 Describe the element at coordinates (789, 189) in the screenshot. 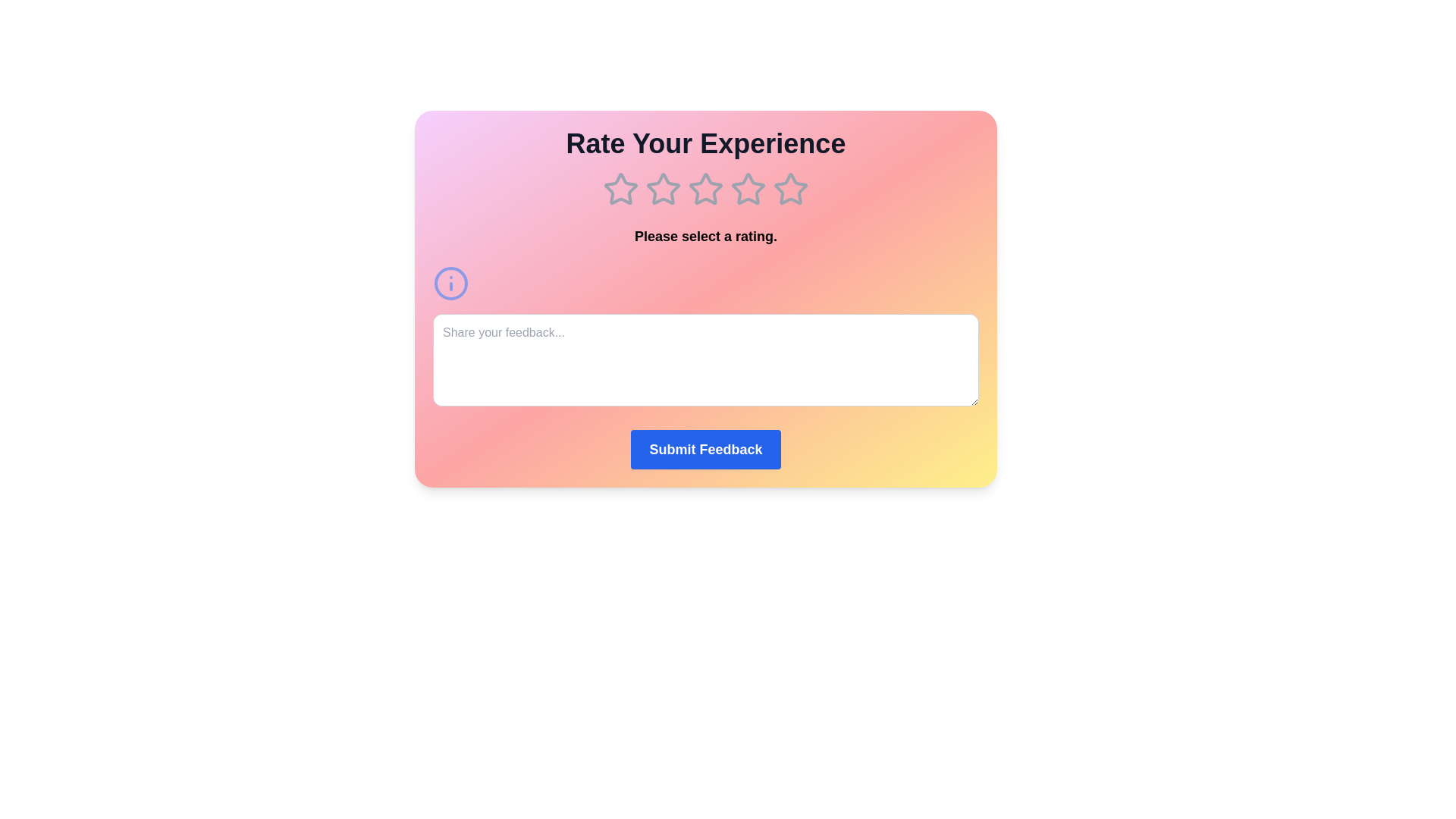

I see `the star corresponding to 5 to preview the rating` at that location.